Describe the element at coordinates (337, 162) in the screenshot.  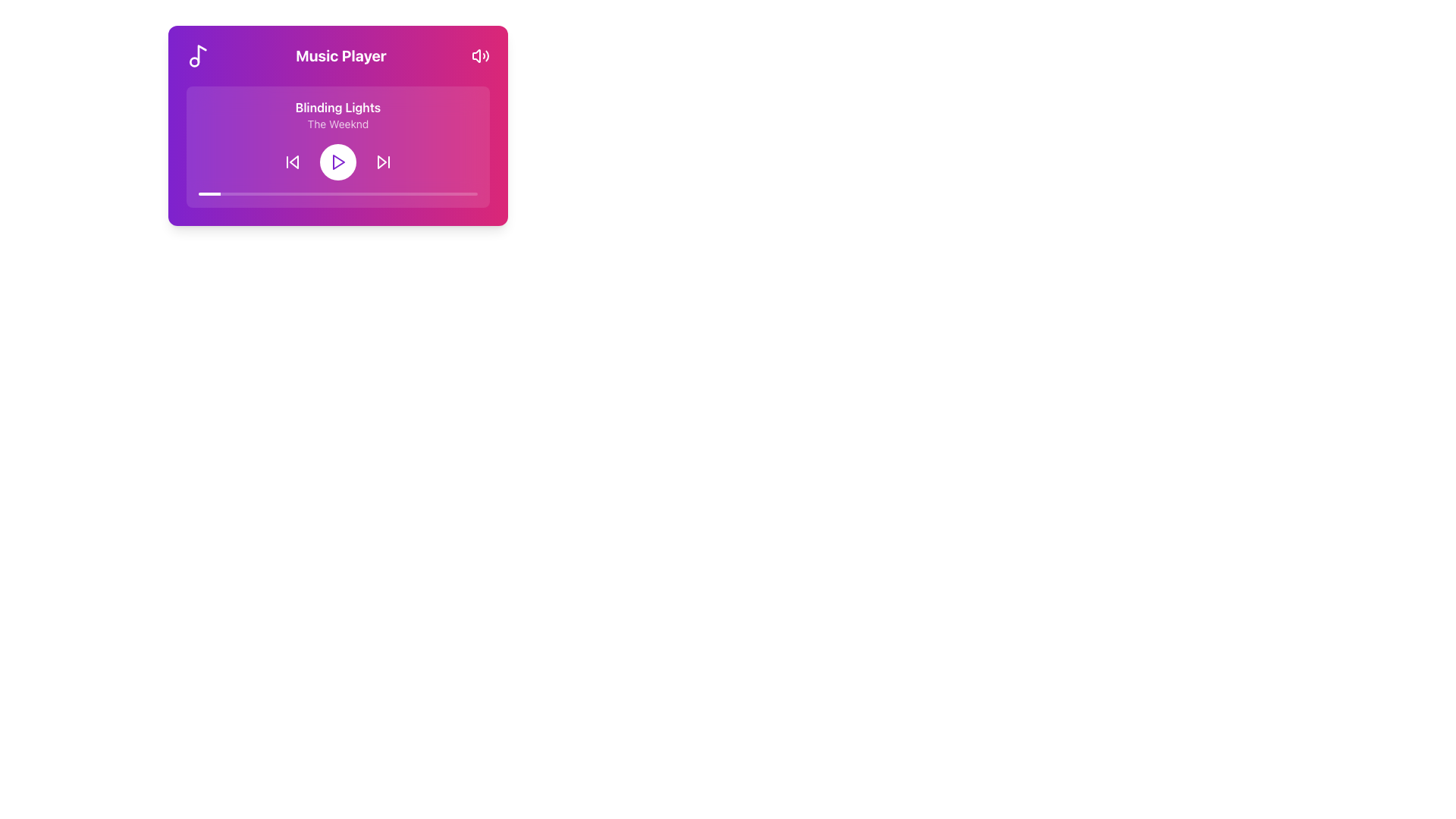
I see `the circular play button with a white background and a purple triangular play icon in the center to play or pause the music` at that location.